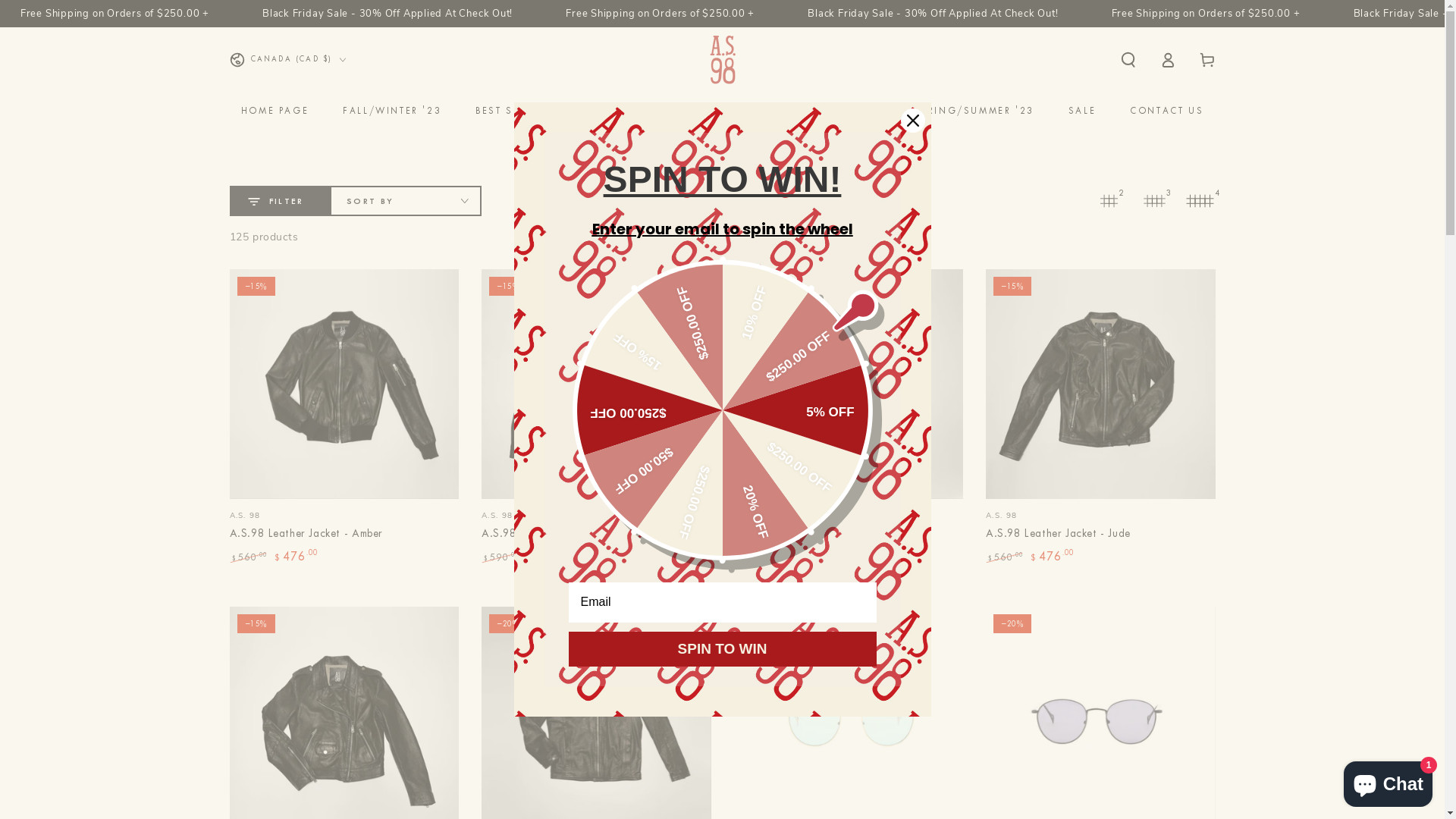  Describe the element at coordinates (1388, 780) in the screenshot. I see `'Shopify online store chat'` at that location.